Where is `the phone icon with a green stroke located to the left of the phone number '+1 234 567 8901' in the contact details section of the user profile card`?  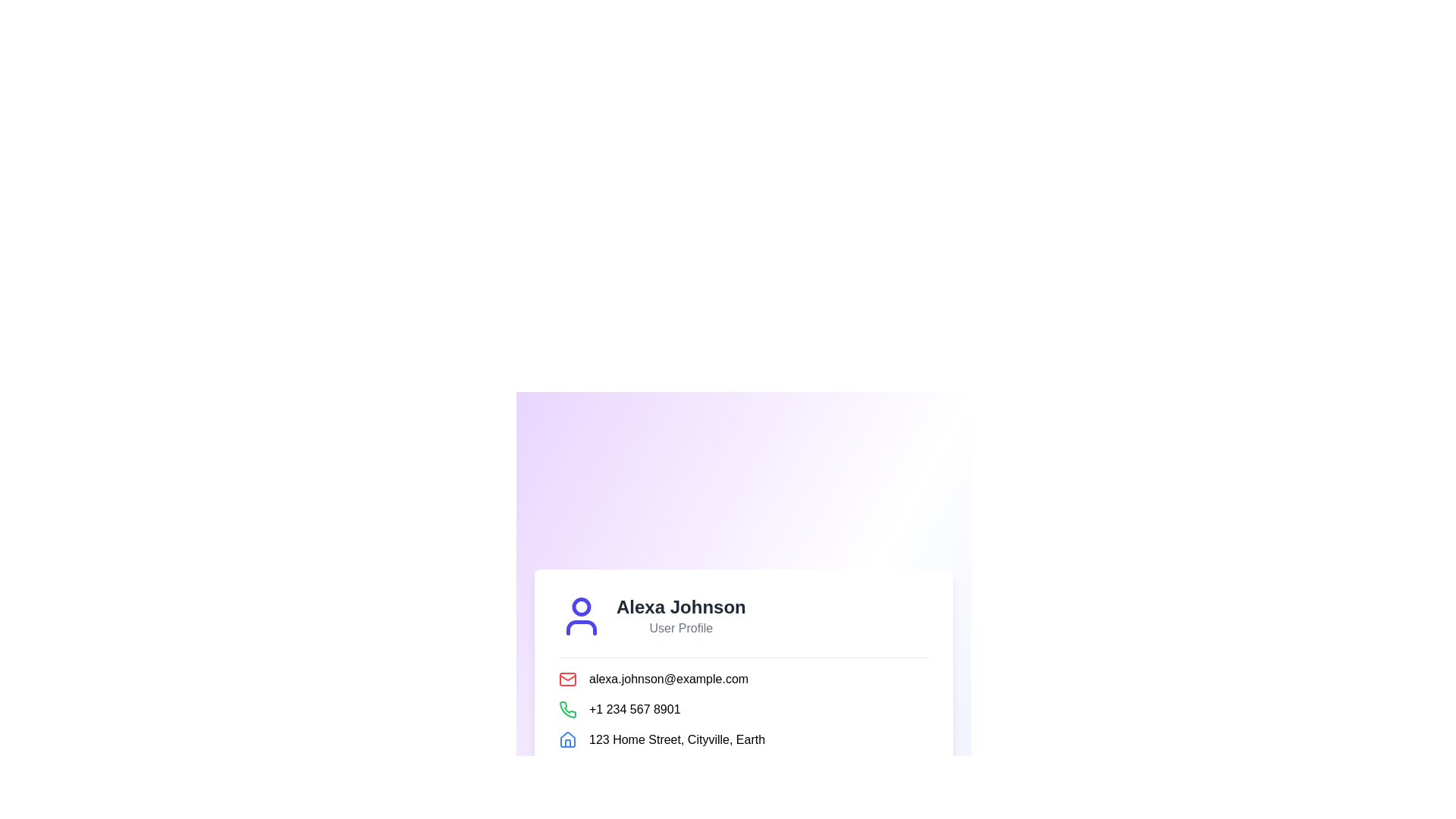
the phone icon with a green stroke located to the left of the phone number '+1 234 567 8901' in the contact details section of the user profile card is located at coordinates (566, 708).